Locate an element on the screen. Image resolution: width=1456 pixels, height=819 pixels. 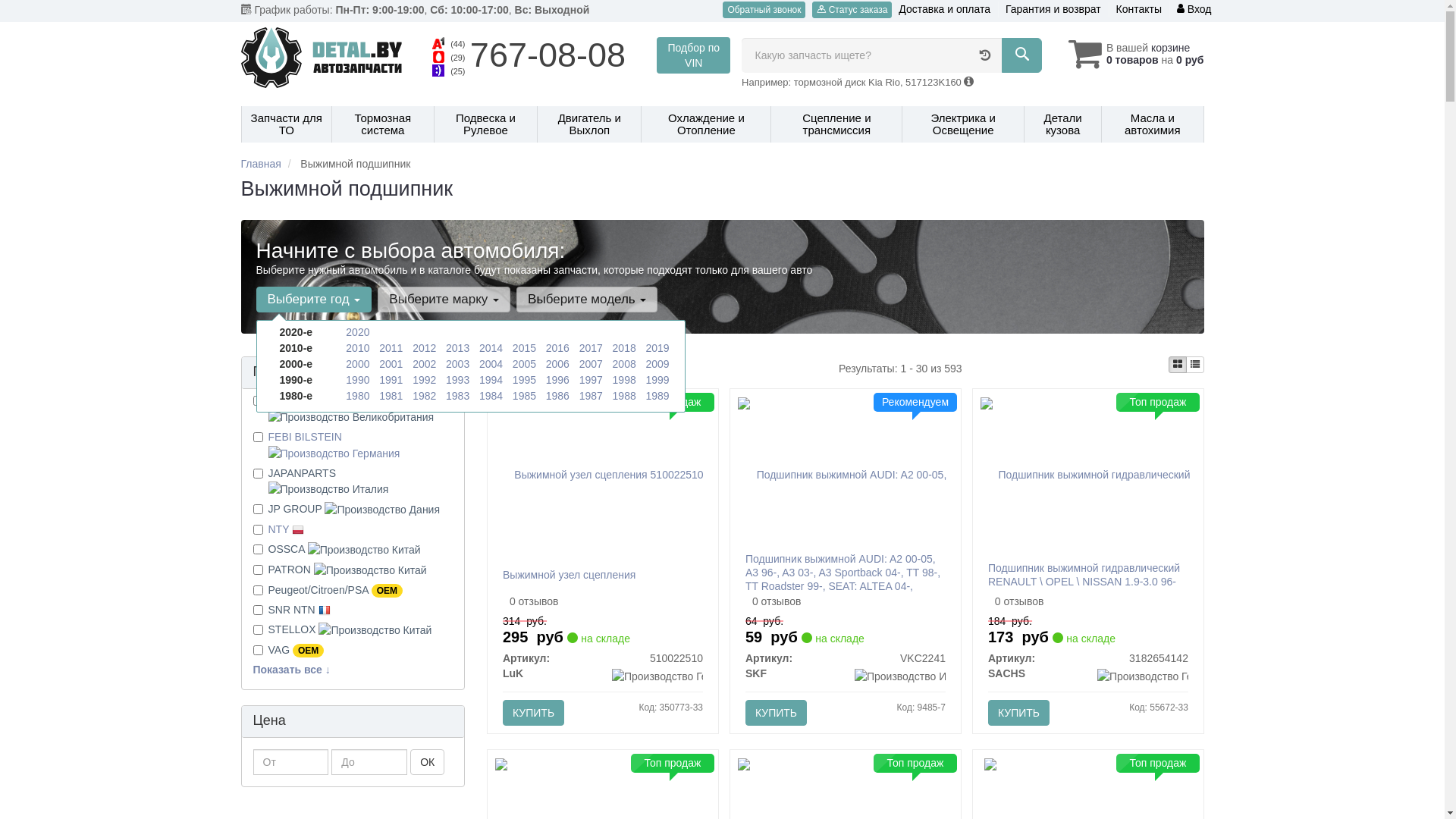
'1988' is located at coordinates (624, 394).